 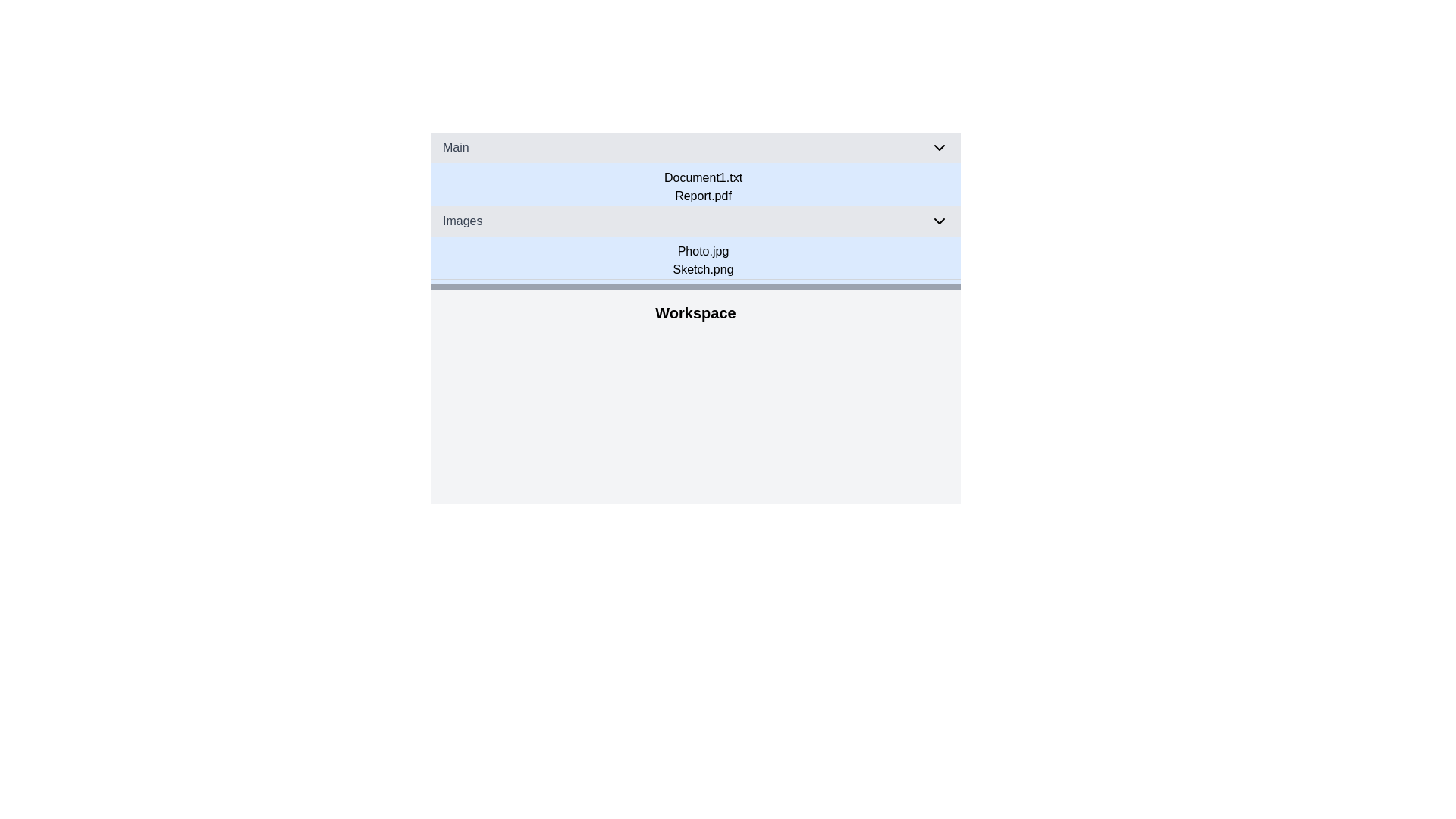 What do you see at coordinates (702, 250) in the screenshot?
I see `the first list item representing the file 'Photo.jpg' within the 'Images' dropdown` at bounding box center [702, 250].